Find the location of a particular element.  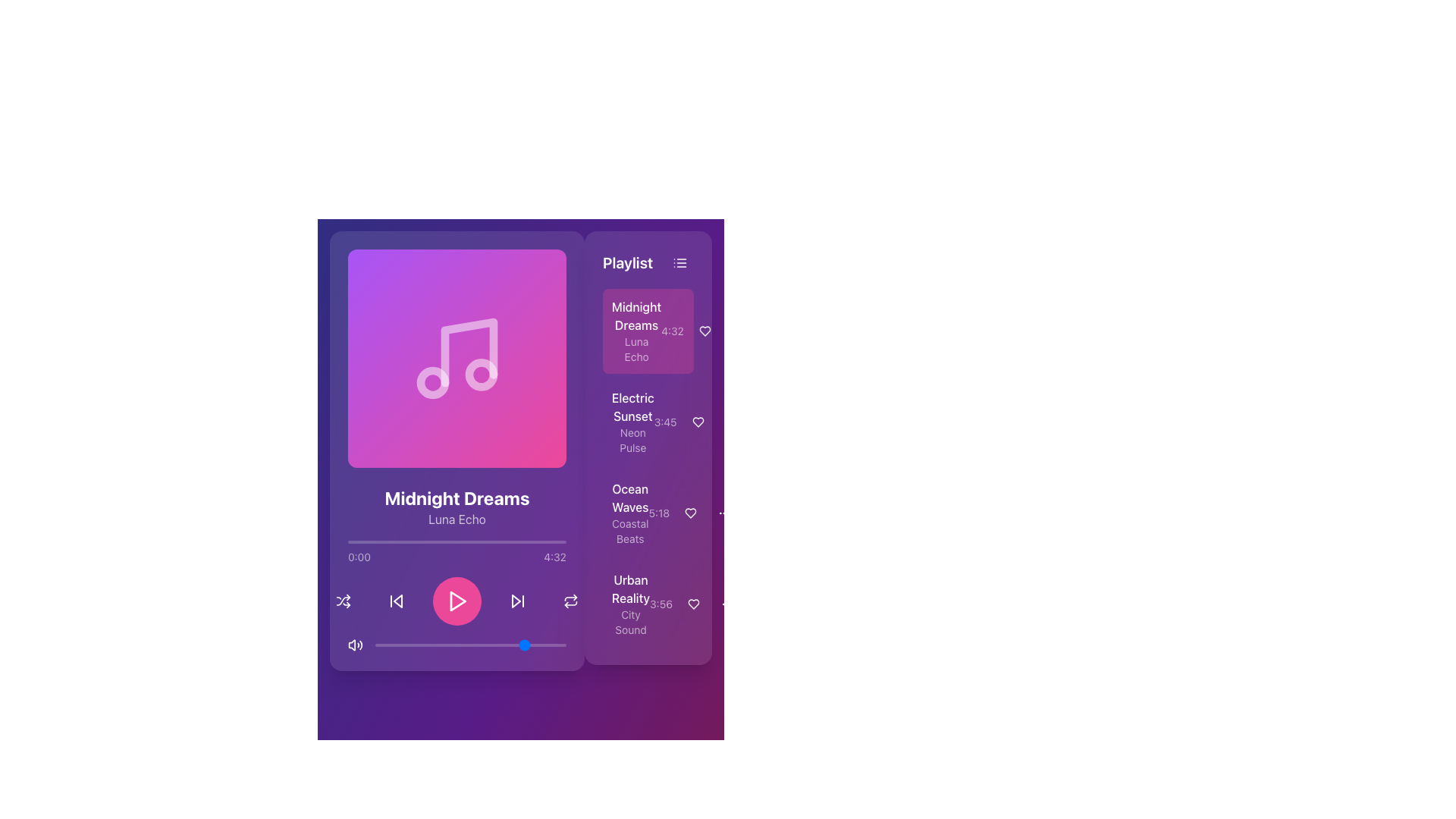

the volume icon component, which is a minimalist linear representation of a speaker with sound waves, located in the bottom-left section of the audio playback controls area is located at coordinates (351, 645).